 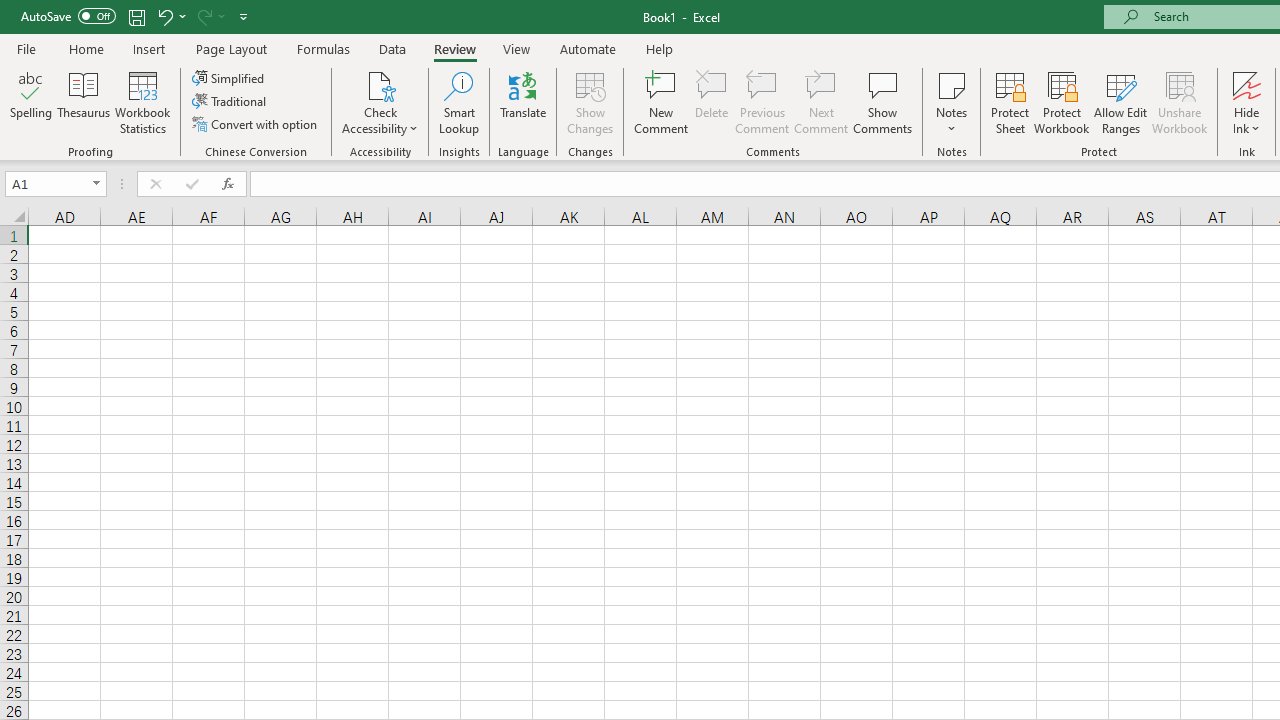 What do you see at coordinates (1060, 103) in the screenshot?
I see `'Protect Workbook...'` at bounding box center [1060, 103].